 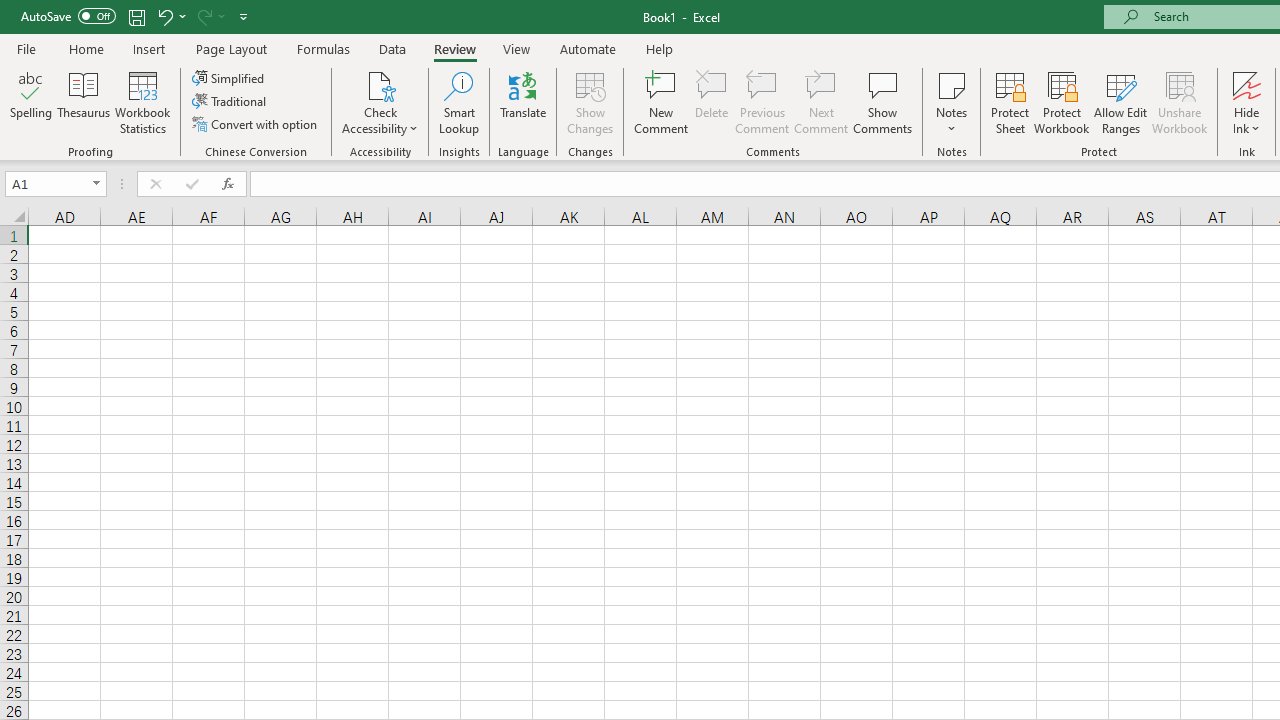 What do you see at coordinates (1060, 103) in the screenshot?
I see `'Protect Workbook...'` at bounding box center [1060, 103].